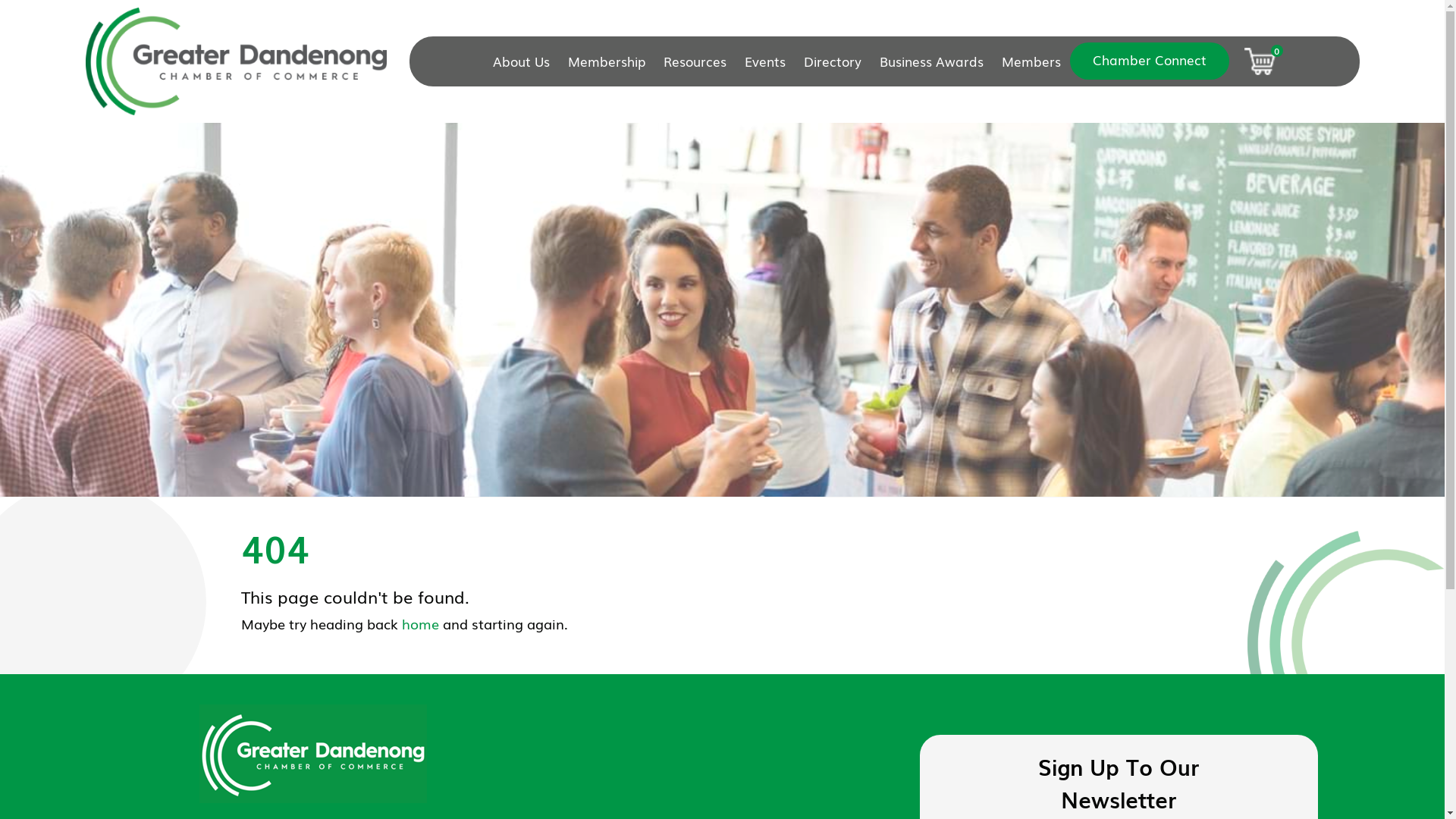 The image size is (1456, 819). I want to click on 'Directory', so click(793, 61).